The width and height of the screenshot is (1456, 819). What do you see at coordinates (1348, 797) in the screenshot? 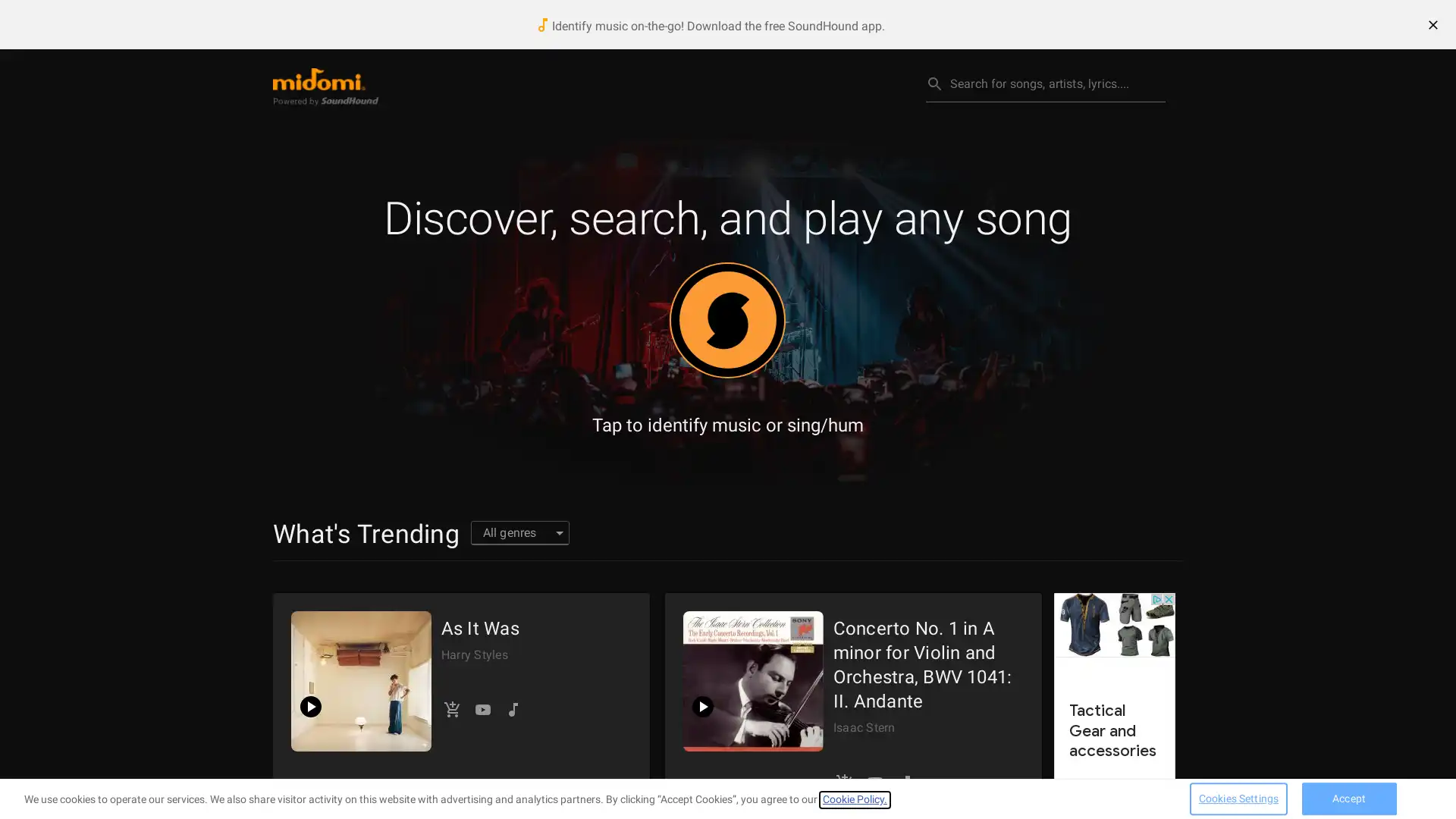
I see `Accept` at bounding box center [1348, 797].